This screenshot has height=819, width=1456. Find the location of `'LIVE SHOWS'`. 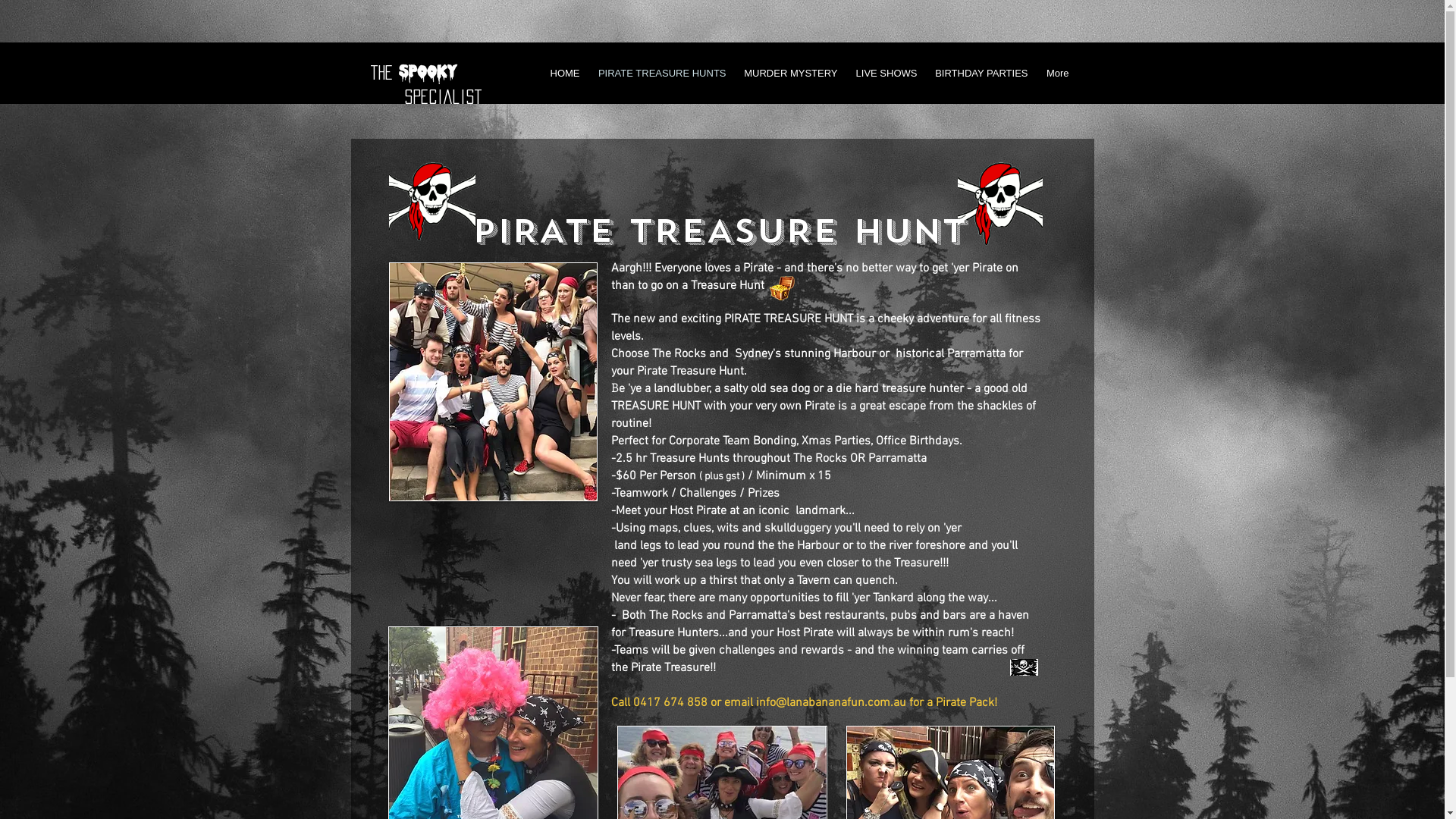

'LIVE SHOWS' is located at coordinates (886, 73).